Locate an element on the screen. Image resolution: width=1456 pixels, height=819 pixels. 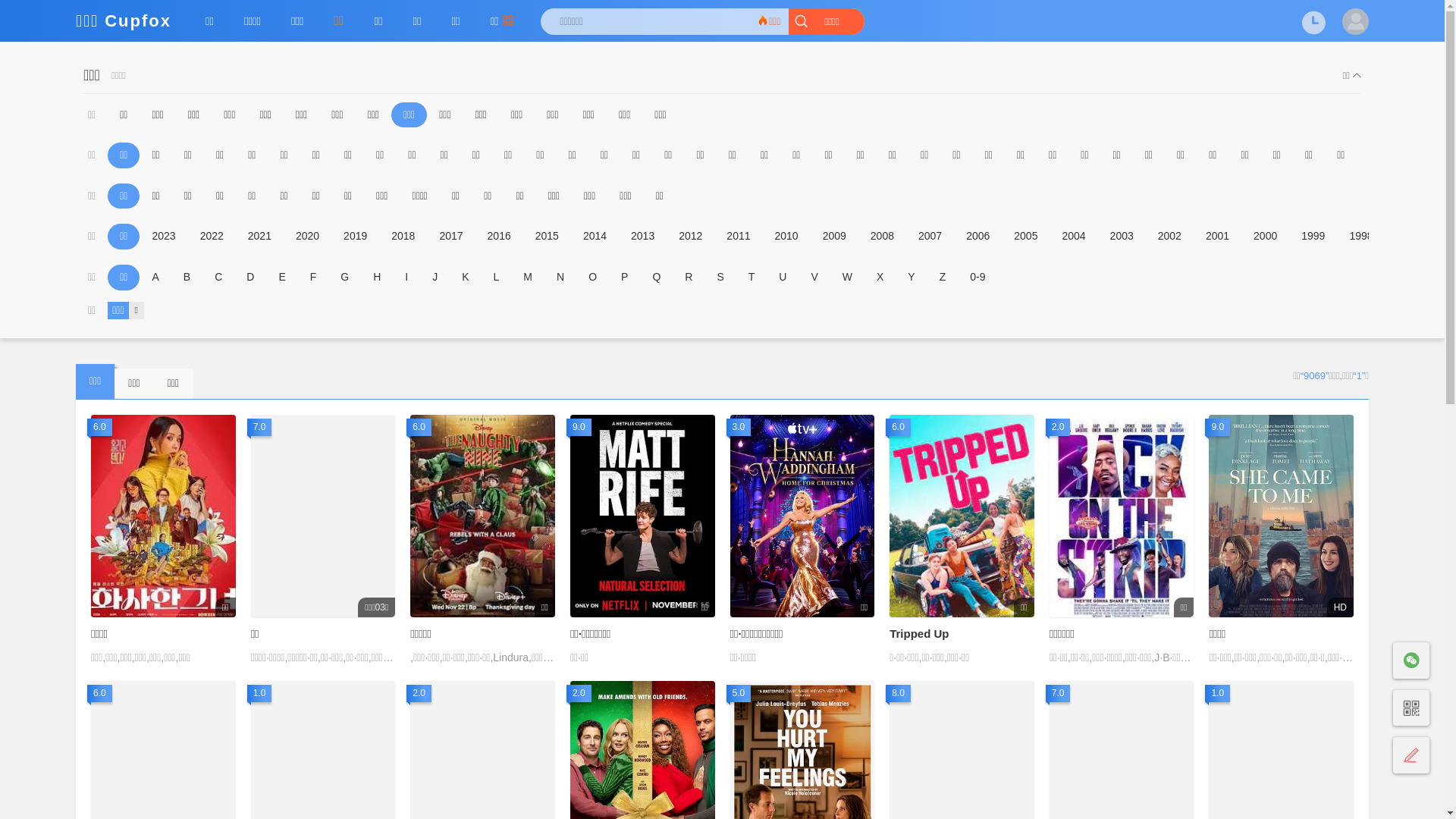
'A' is located at coordinates (155, 278).